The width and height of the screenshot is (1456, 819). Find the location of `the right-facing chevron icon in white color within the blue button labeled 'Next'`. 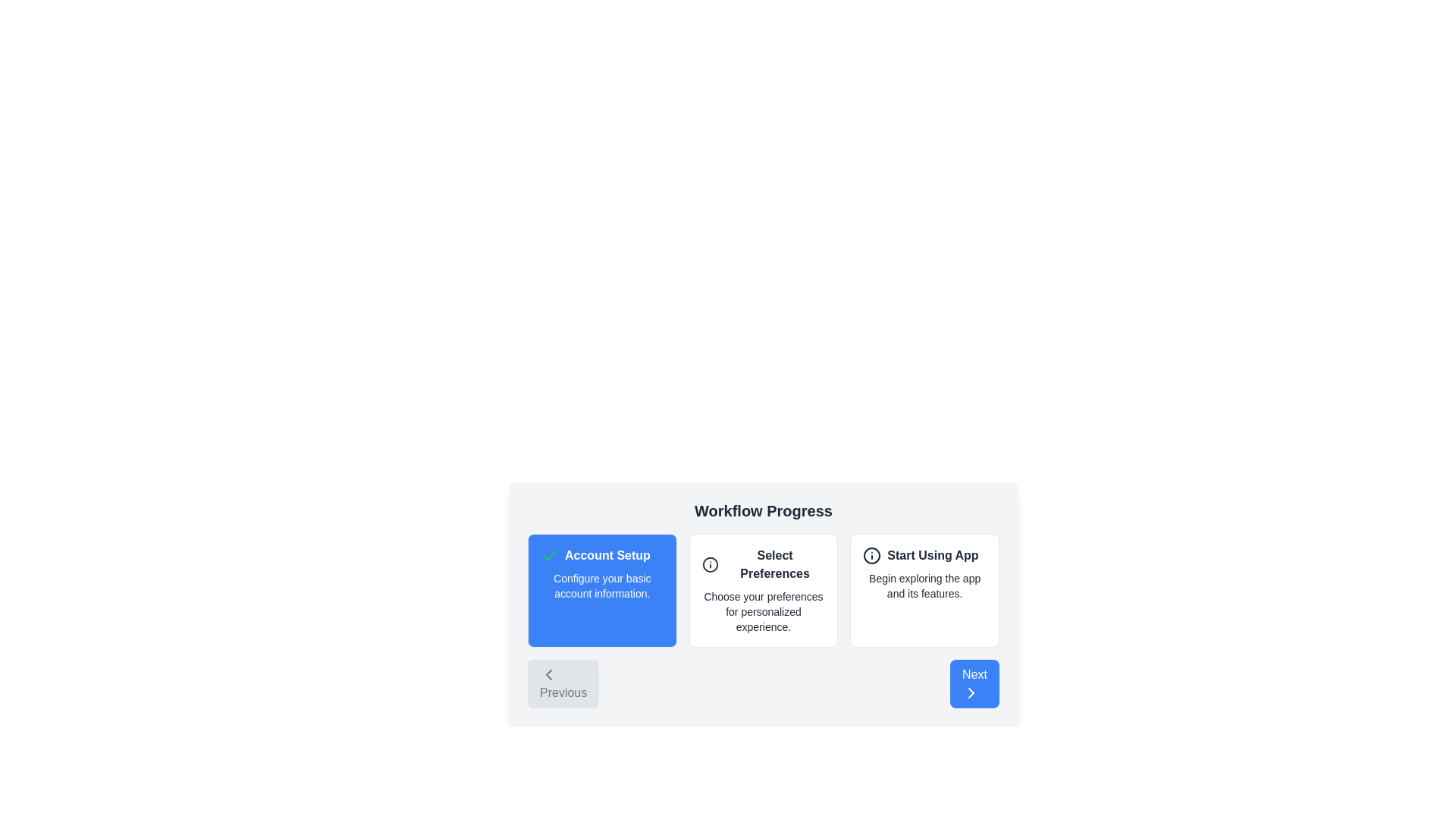

the right-facing chevron icon in white color within the blue button labeled 'Next' is located at coordinates (971, 693).